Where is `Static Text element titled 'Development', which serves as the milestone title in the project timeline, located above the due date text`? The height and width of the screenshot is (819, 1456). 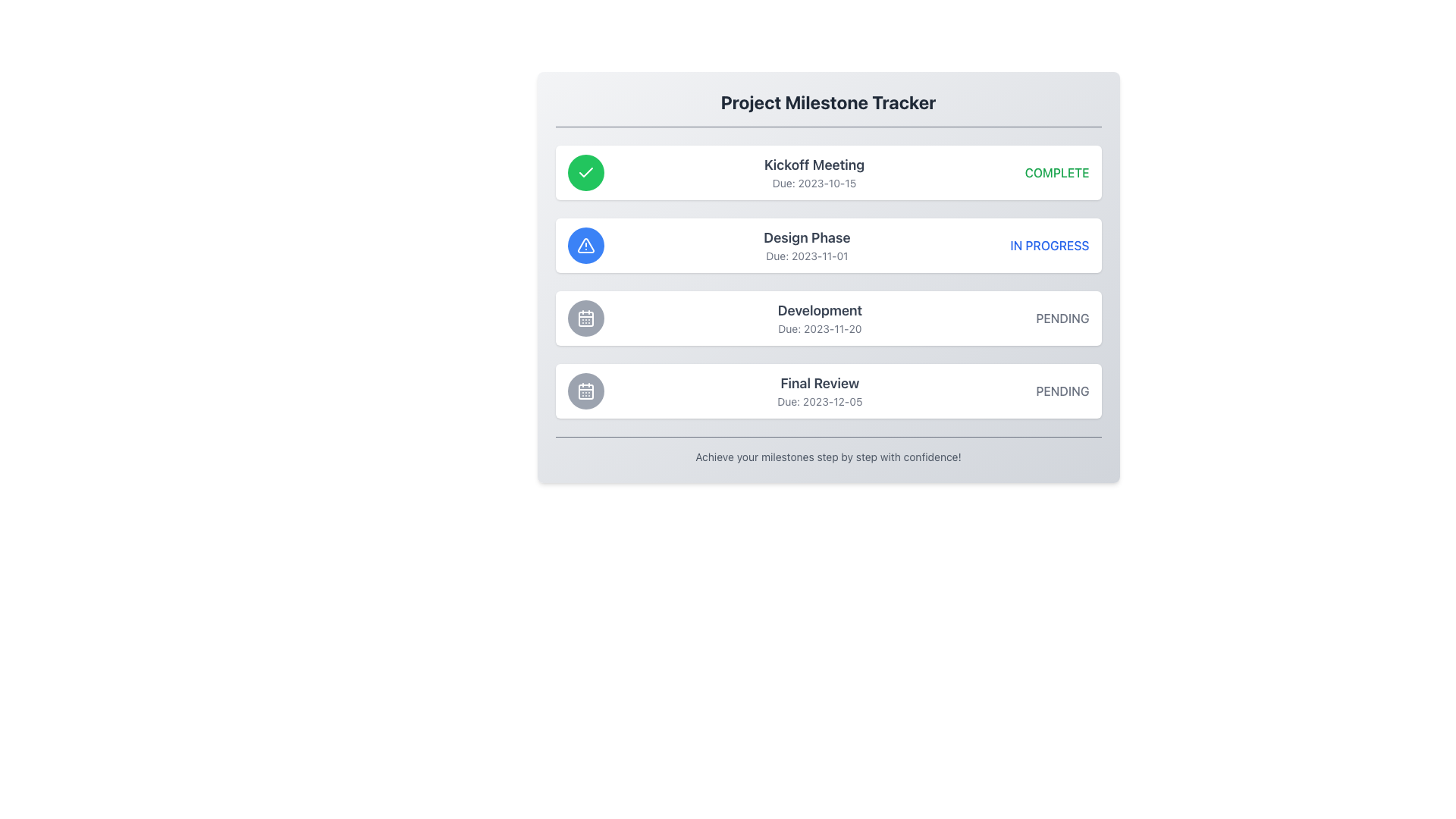 Static Text element titled 'Development', which serves as the milestone title in the project timeline, located above the due date text is located at coordinates (819, 309).